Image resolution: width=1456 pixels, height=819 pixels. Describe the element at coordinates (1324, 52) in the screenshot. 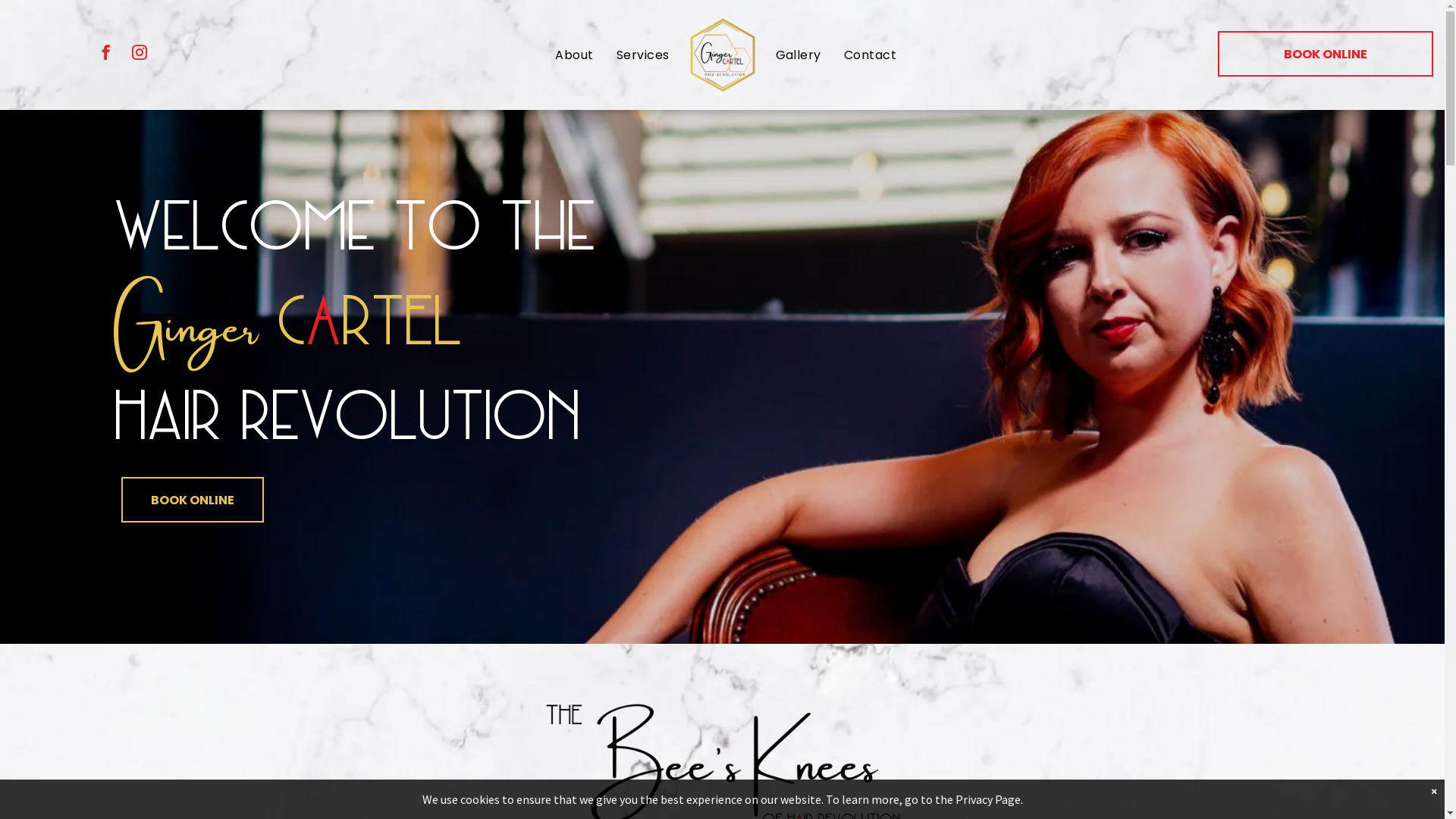

I see `'BOOK ONLINE'` at that location.